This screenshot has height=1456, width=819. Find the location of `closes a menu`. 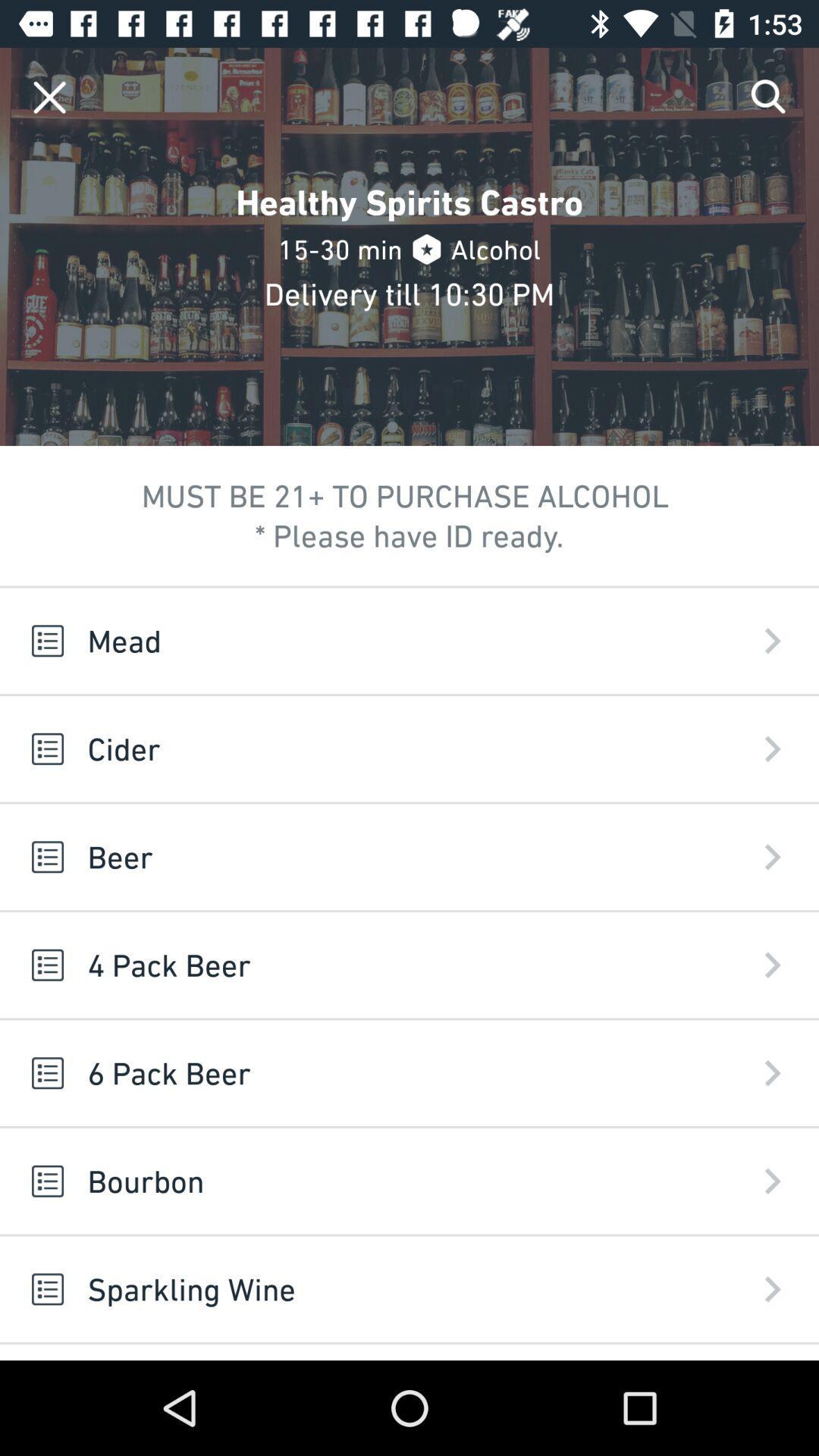

closes a menu is located at coordinates (49, 96).